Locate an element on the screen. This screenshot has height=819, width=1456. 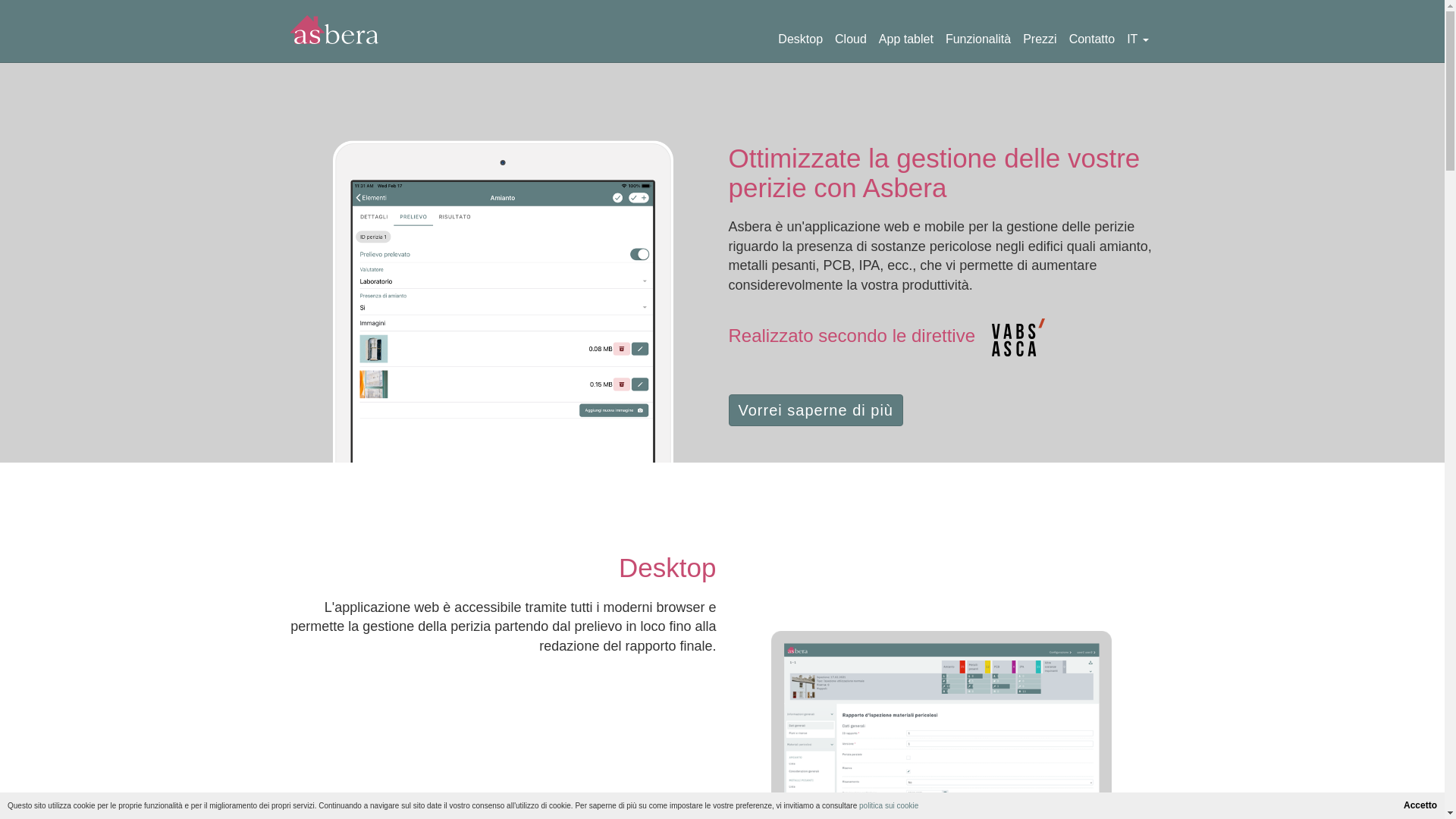
'Prezzi' is located at coordinates (1039, 33).